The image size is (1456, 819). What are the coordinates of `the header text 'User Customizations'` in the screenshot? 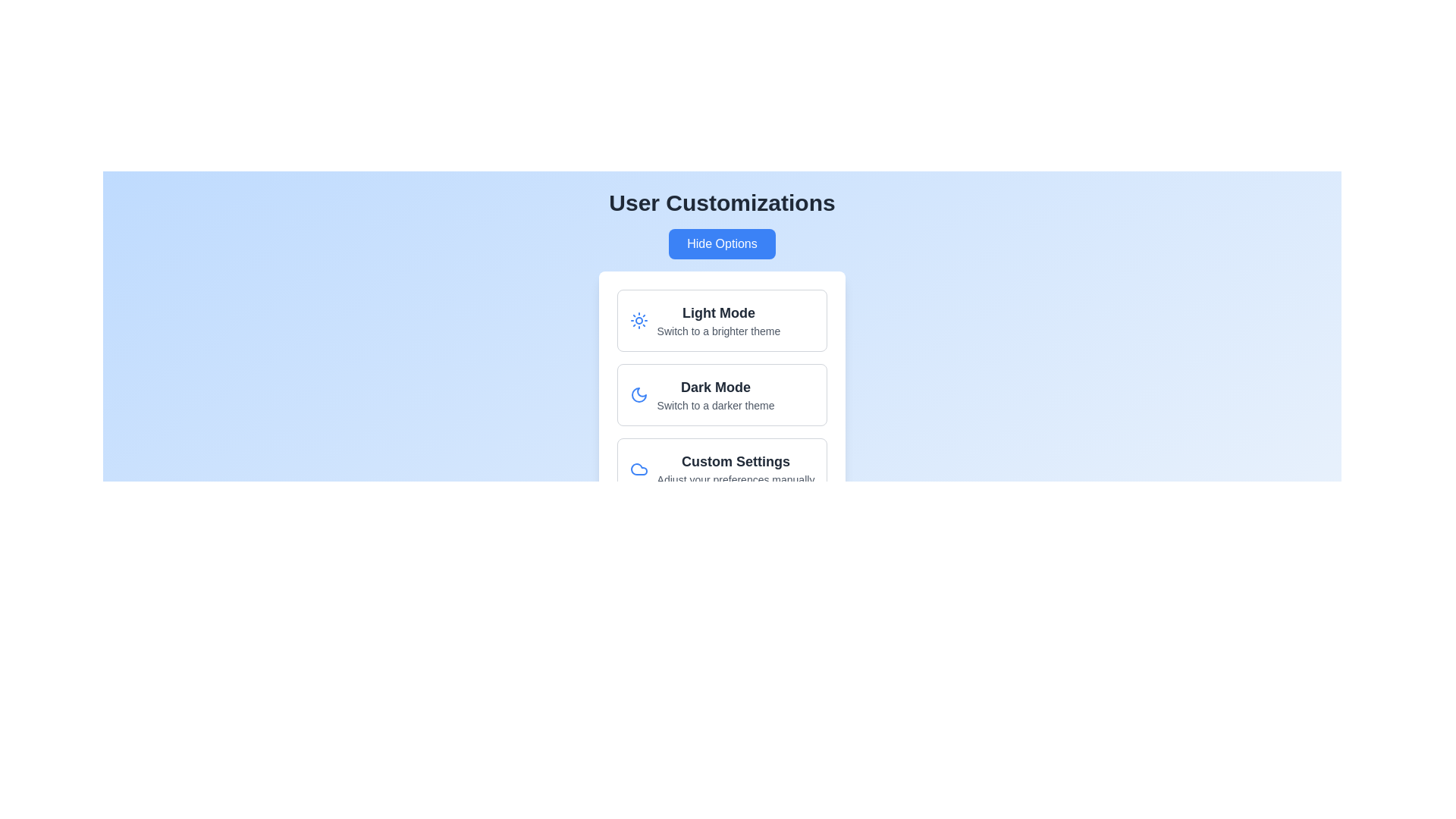 It's located at (720, 202).